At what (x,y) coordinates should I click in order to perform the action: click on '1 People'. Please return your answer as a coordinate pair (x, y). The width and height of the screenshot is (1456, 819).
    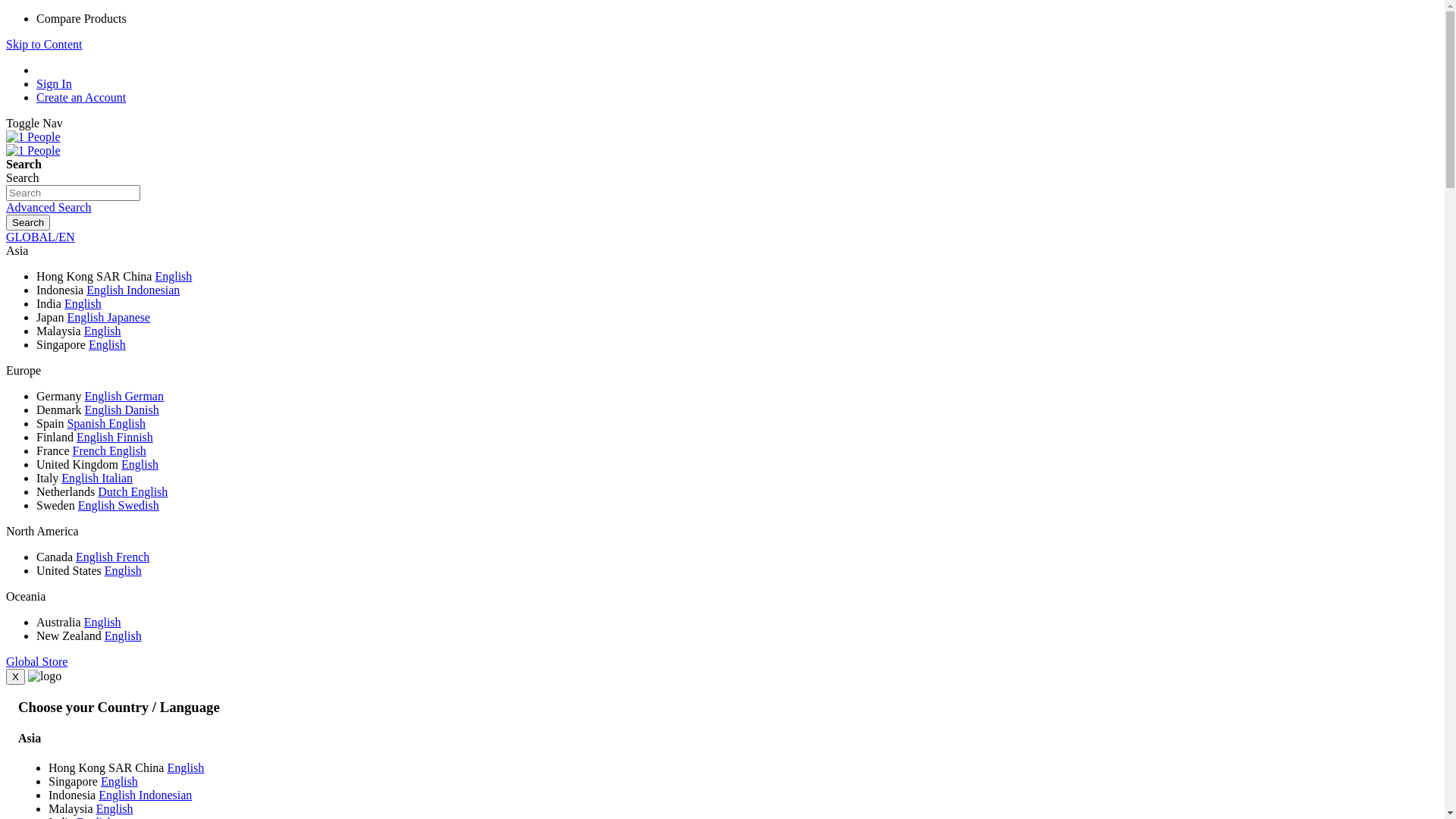
    Looking at the image, I should click on (33, 150).